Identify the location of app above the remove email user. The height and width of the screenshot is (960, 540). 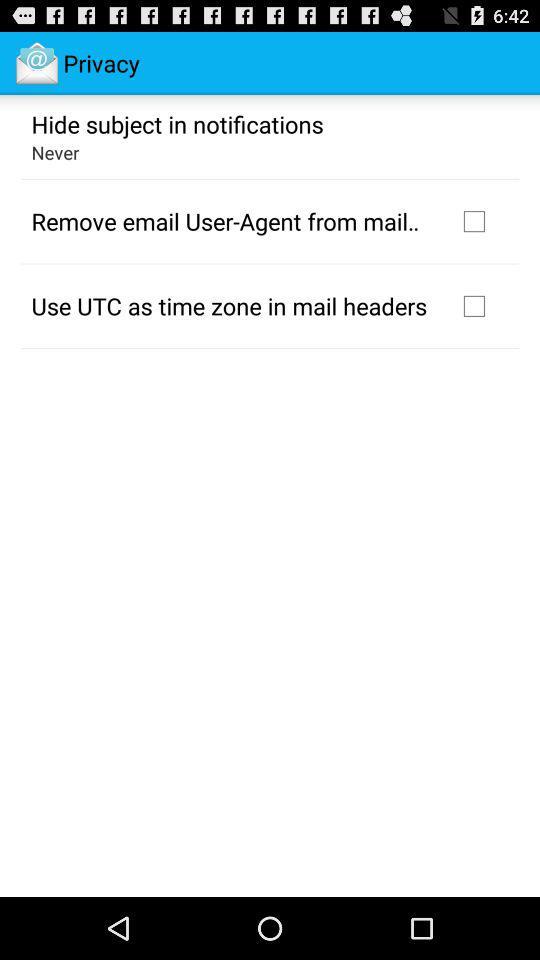
(55, 151).